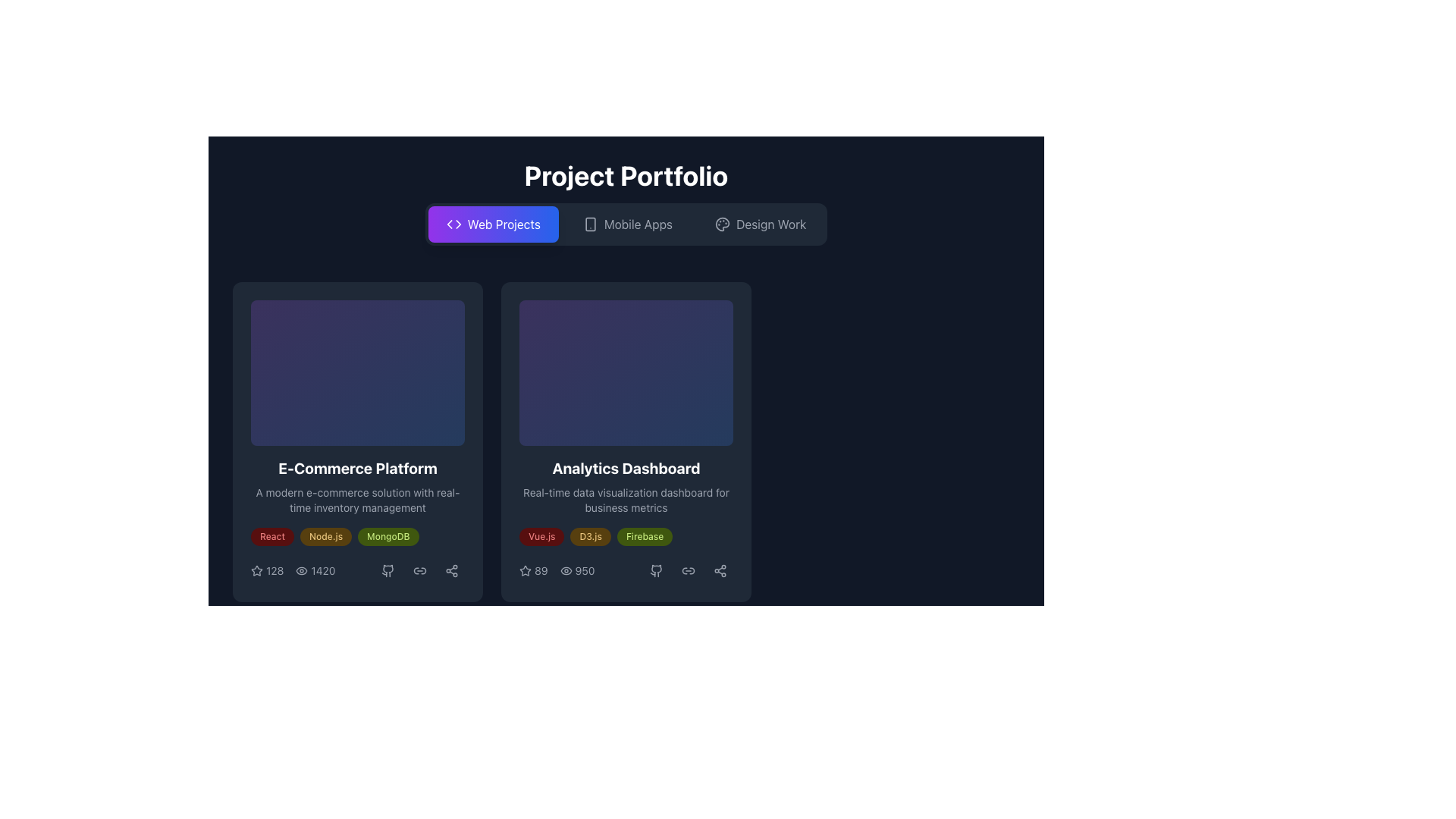 This screenshot has height=819, width=1456. Describe the element at coordinates (722, 224) in the screenshot. I see `the inactive palette icon located in the 'Design Work' selector tab, positioned between 'Web Projects' and 'Mobile Apps'` at that location.